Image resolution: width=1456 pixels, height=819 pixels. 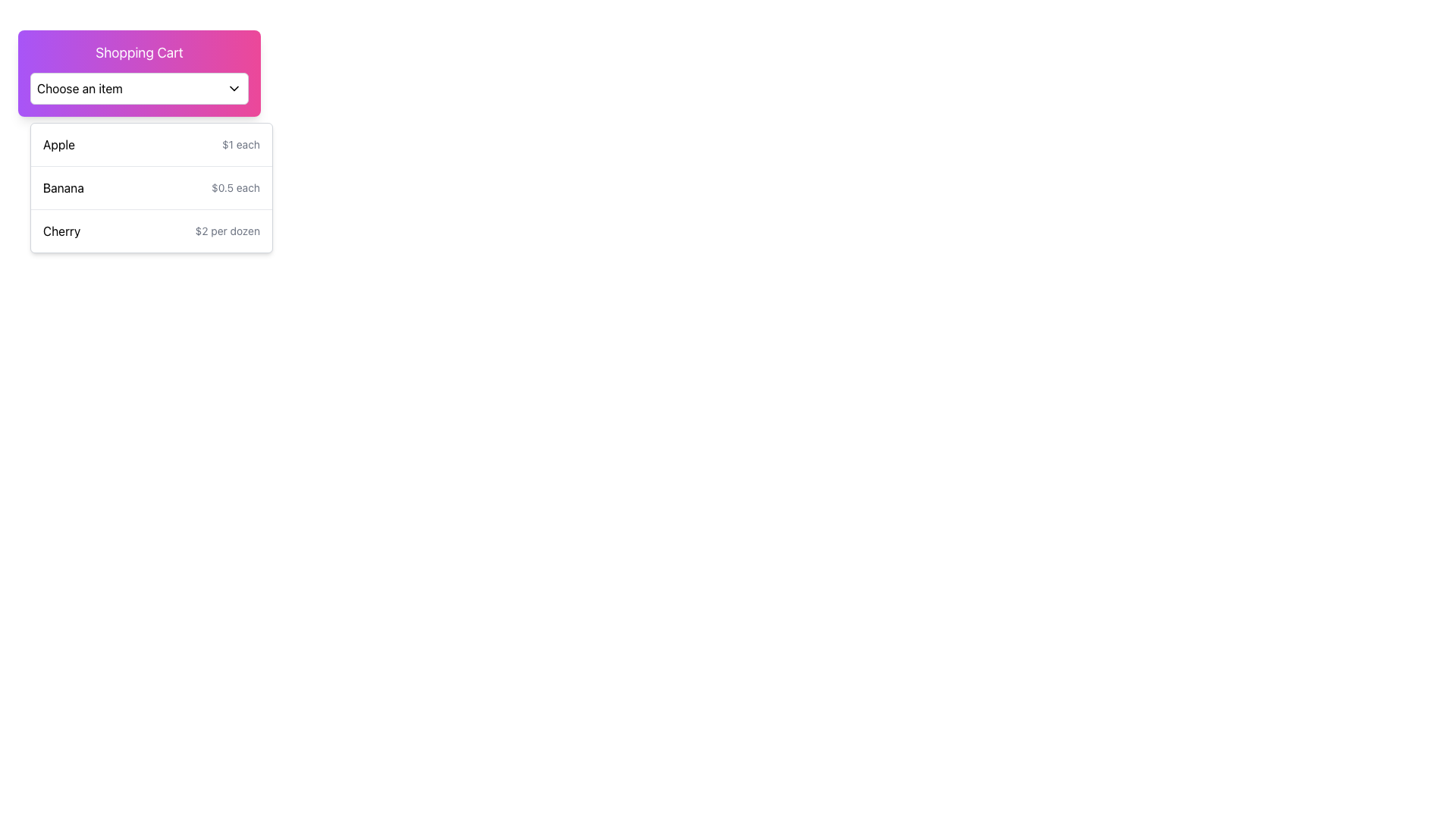 I want to click on the Button-like list item labeled 'Apple' with the price '$1 each' in the Shopping Cart section, so click(x=152, y=145).